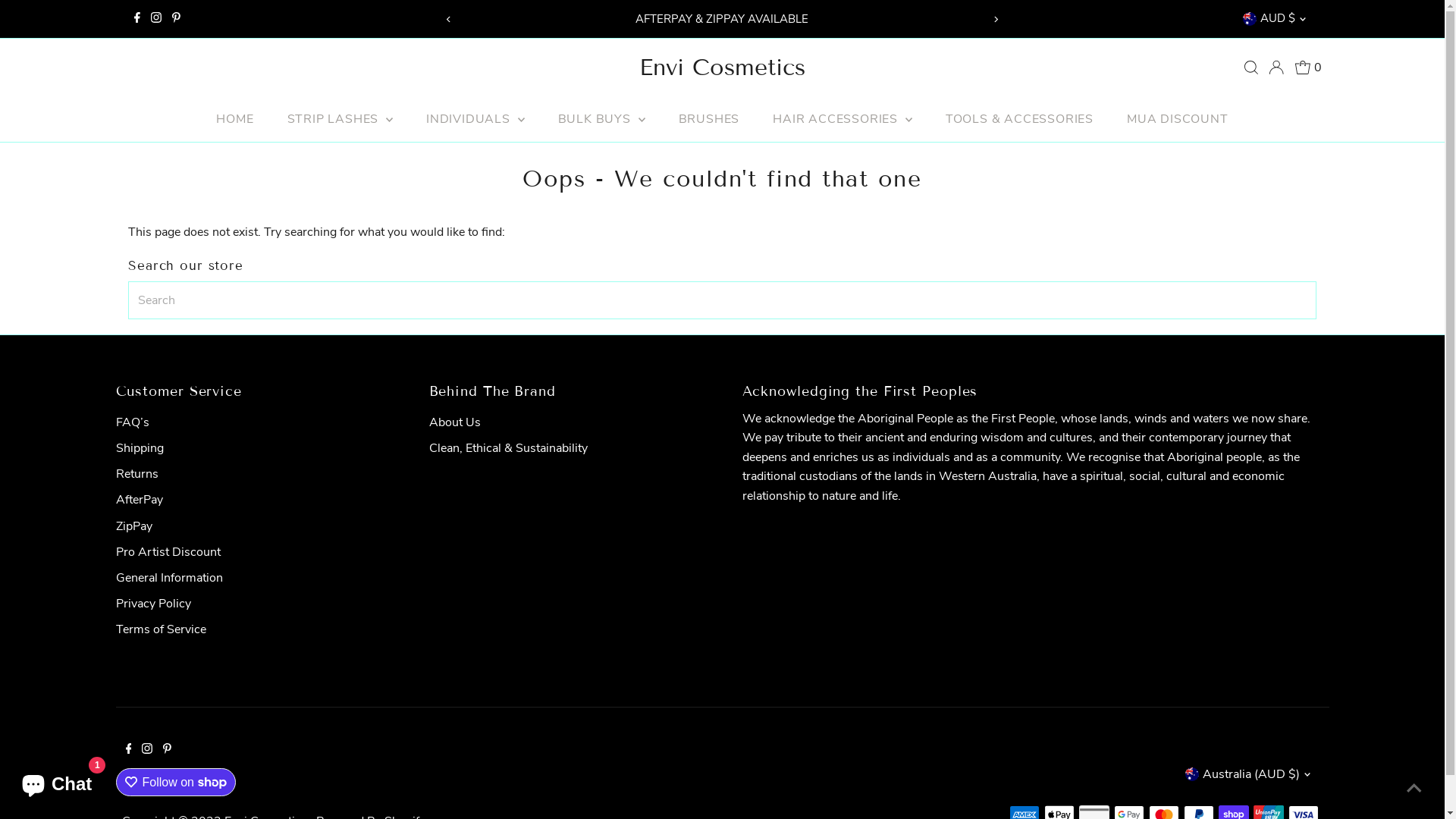 This screenshot has height=819, width=1456. I want to click on '0', so click(1307, 66).